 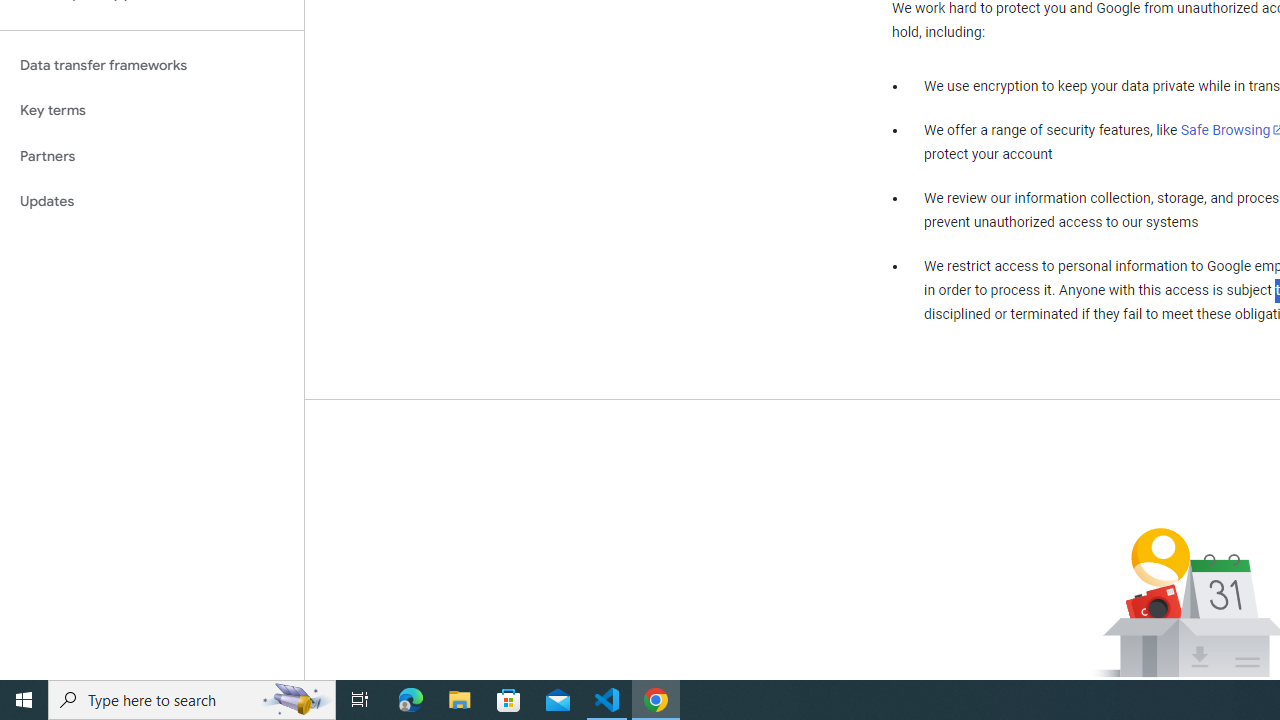 What do you see at coordinates (151, 110) in the screenshot?
I see `'Key terms'` at bounding box center [151, 110].